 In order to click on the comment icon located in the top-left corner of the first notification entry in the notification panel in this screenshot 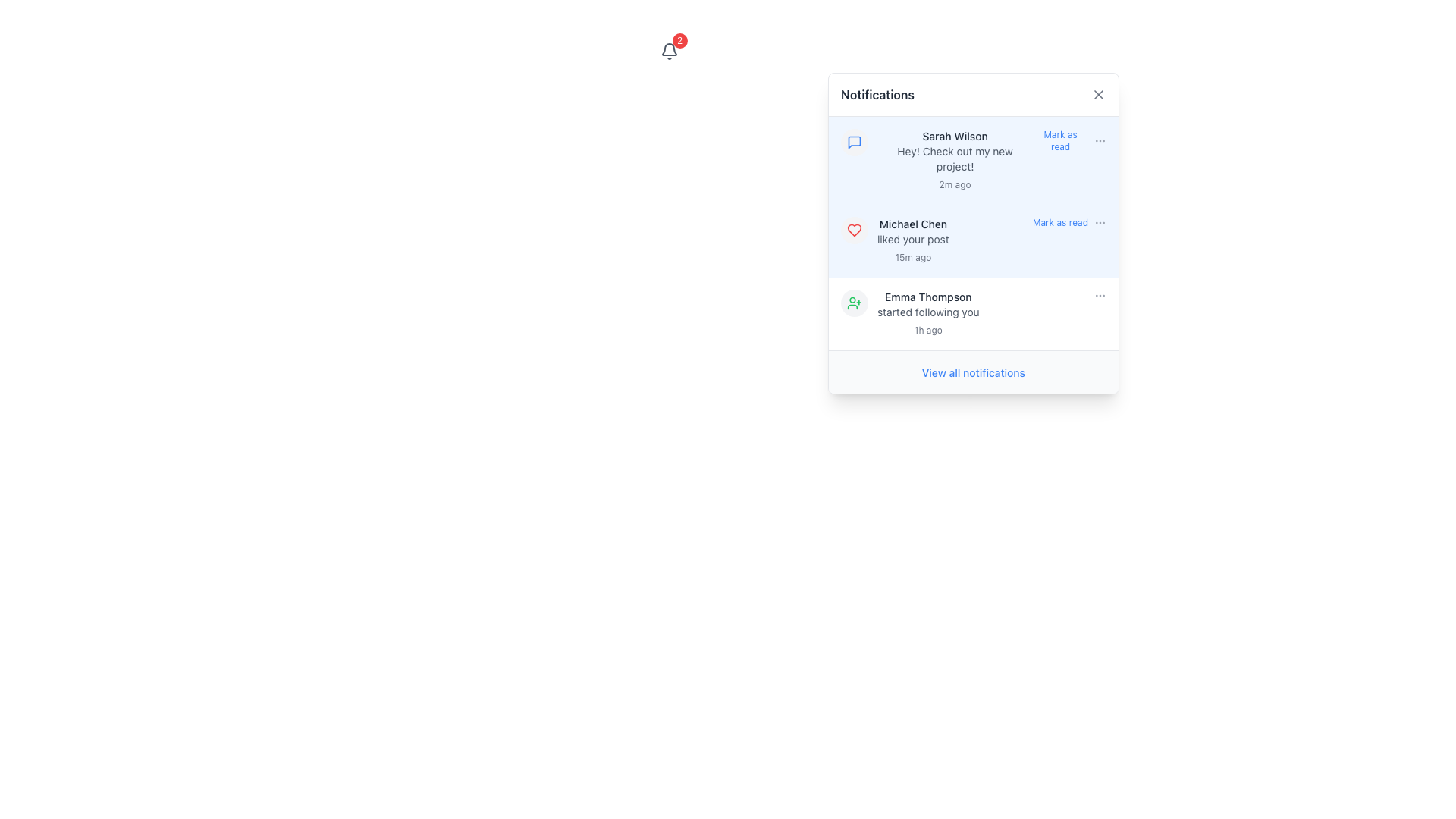, I will do `click(855, 143)`.